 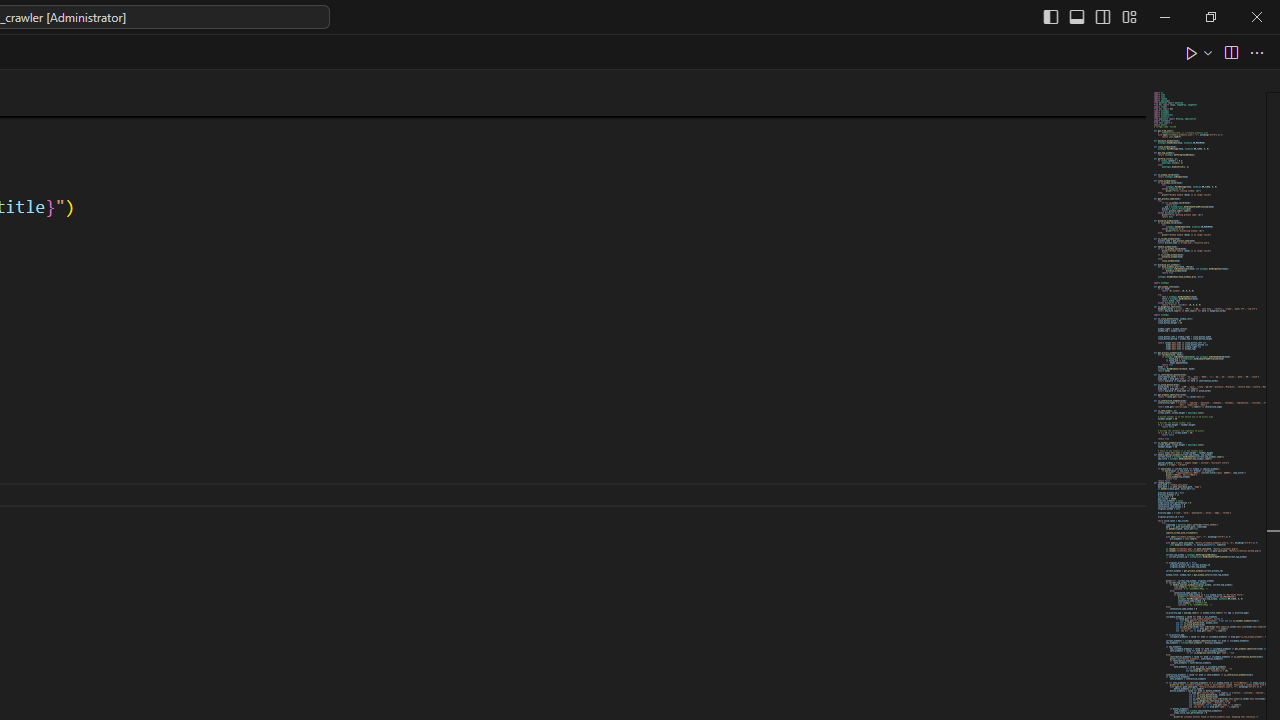 What do you see at coordinates (1076, 16) in the screenshot?
I see `'Toggle Panel (Ctrl+J)'` at bounding box center [1076, 16].